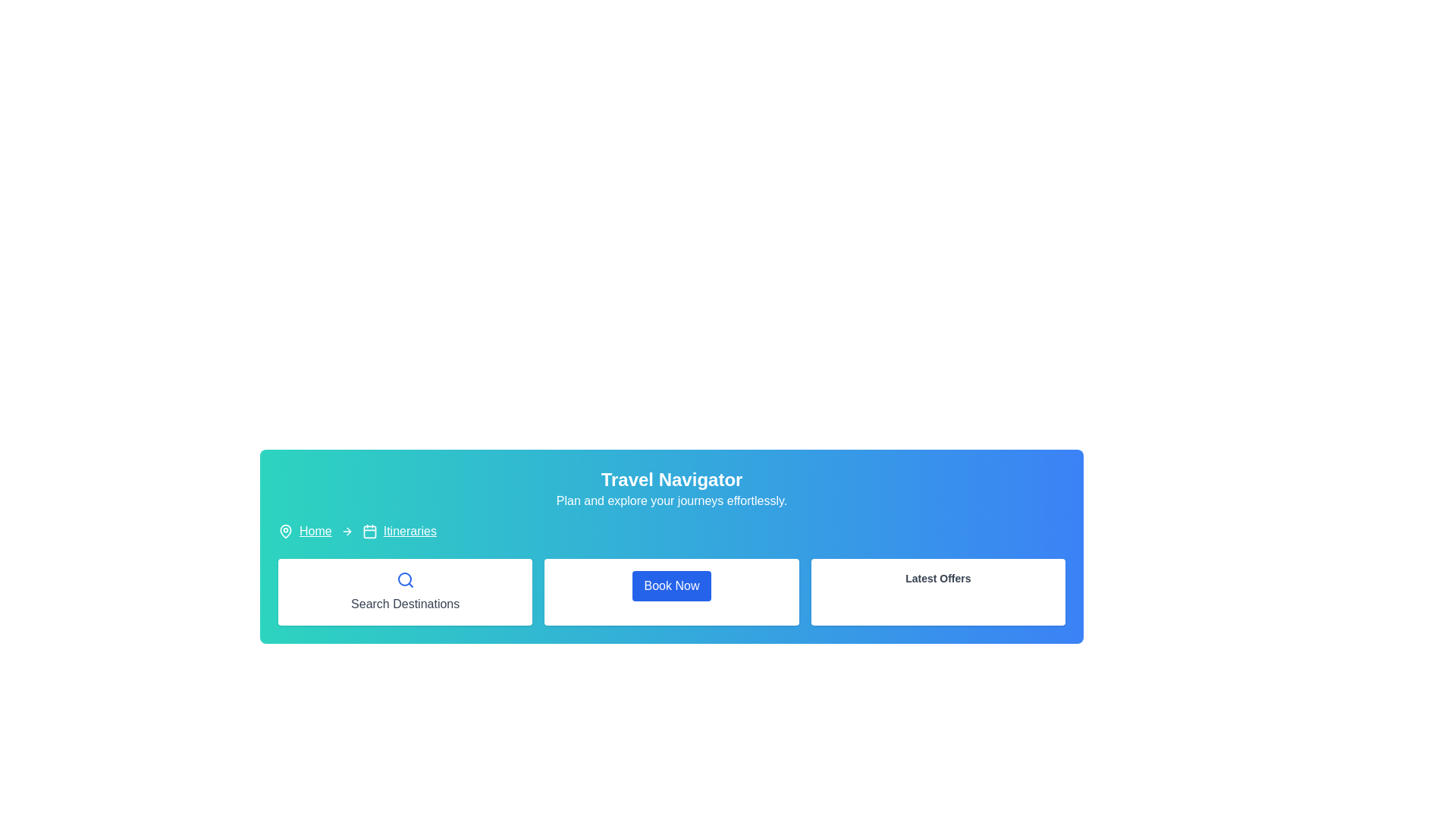 The image size is (1456, 819). I want to click on the arrow icon in the breadcrumb navigation bar, which visually separates the 'Home' and 'Itineraries' links, so click(346, 531).